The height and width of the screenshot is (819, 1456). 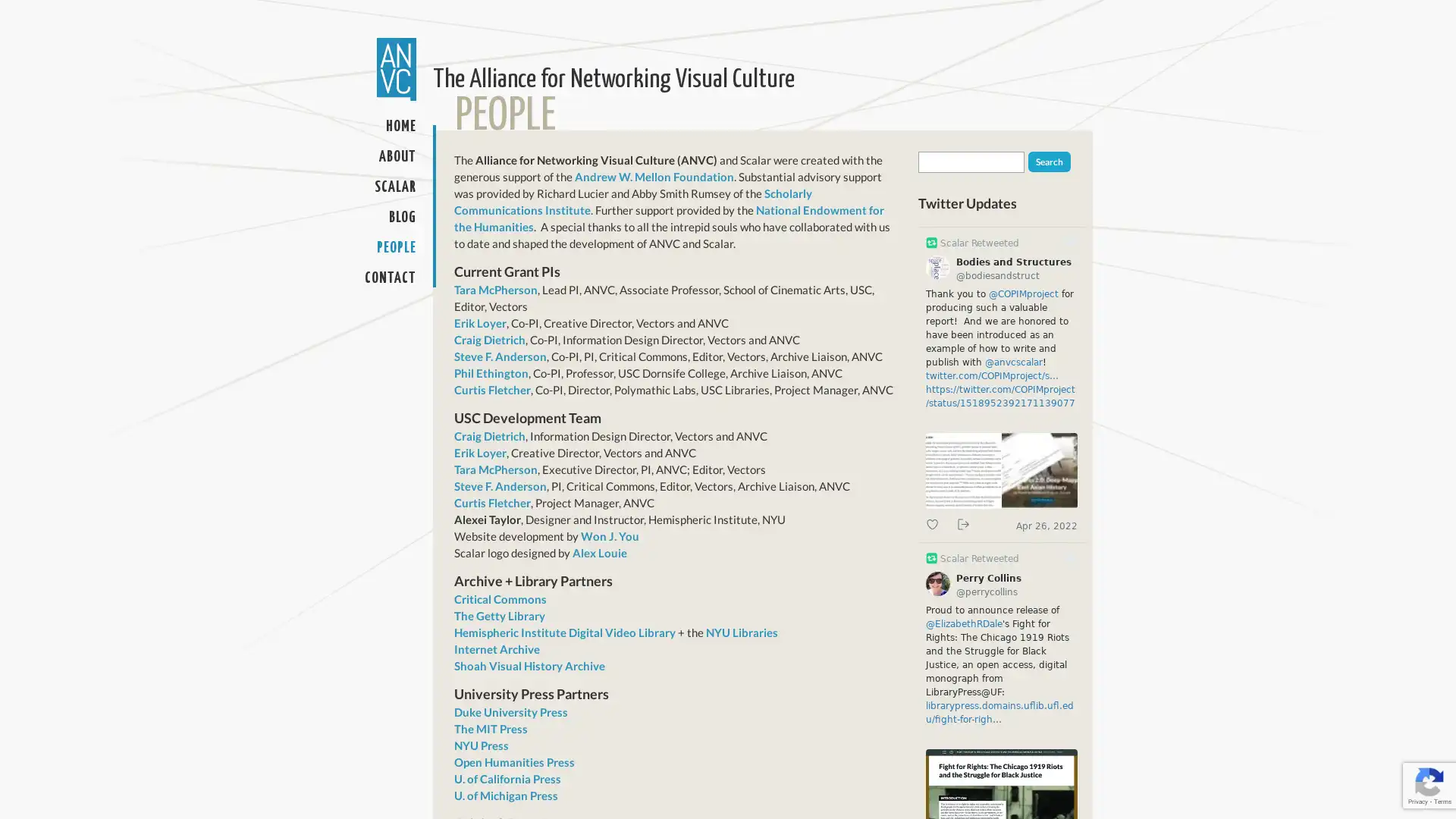 I want to click on Search, so click(x=1048, y=162).